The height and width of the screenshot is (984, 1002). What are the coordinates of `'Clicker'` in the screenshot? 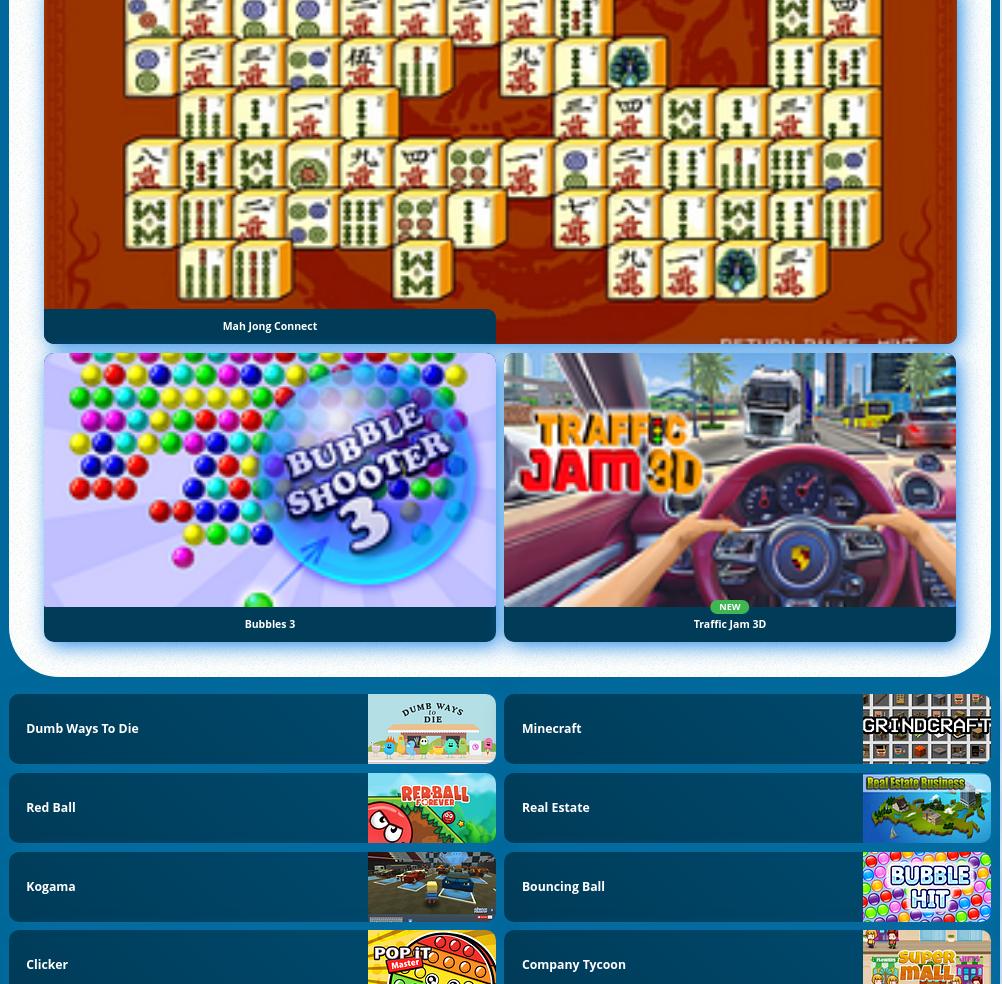 It's located at (46, 964).